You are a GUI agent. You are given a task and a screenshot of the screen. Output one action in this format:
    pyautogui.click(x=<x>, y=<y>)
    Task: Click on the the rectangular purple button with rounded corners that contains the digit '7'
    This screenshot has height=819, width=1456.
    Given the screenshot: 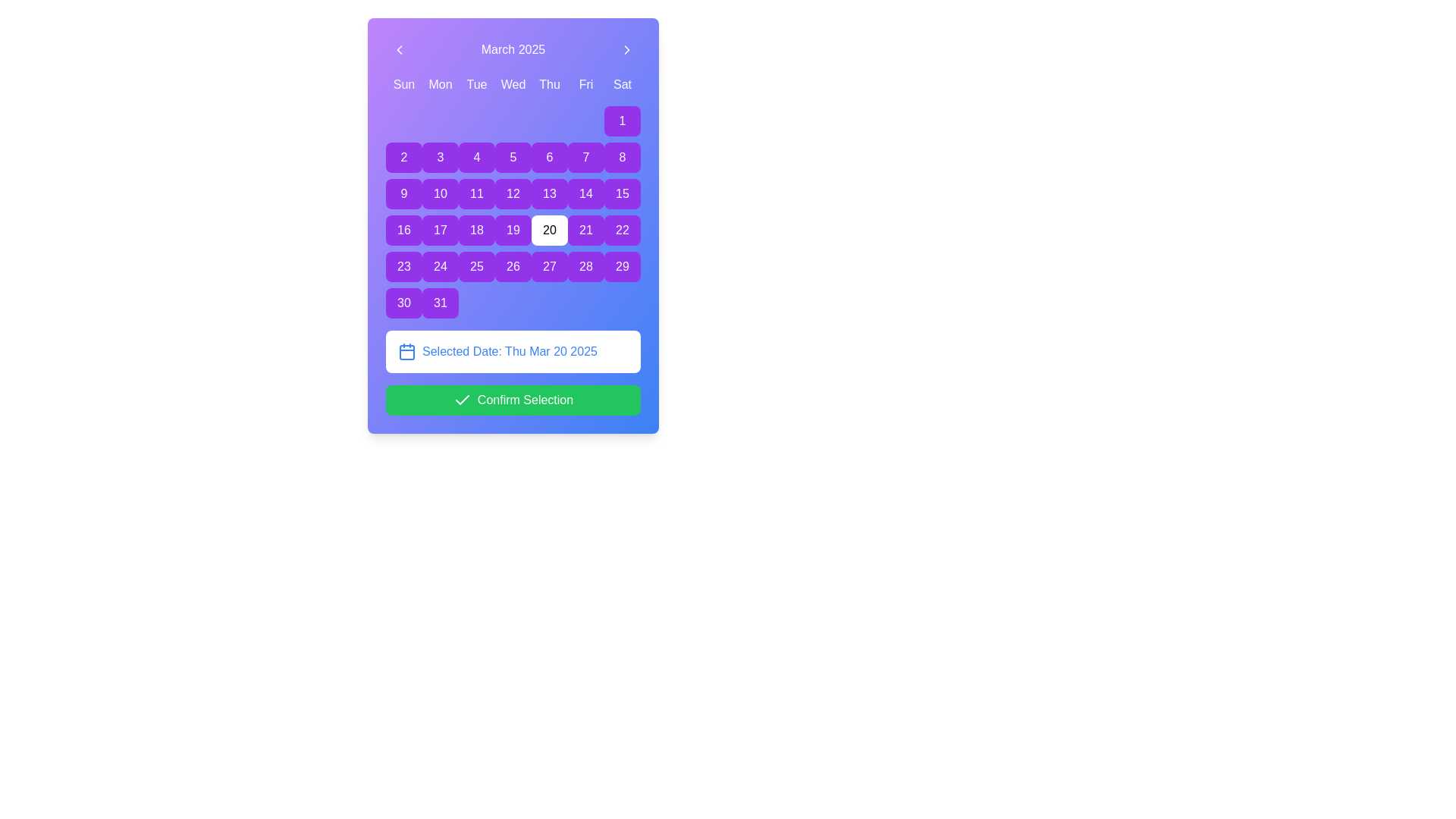 What is the action you would take?
    pyautogui.click(x=585, y=158)
    